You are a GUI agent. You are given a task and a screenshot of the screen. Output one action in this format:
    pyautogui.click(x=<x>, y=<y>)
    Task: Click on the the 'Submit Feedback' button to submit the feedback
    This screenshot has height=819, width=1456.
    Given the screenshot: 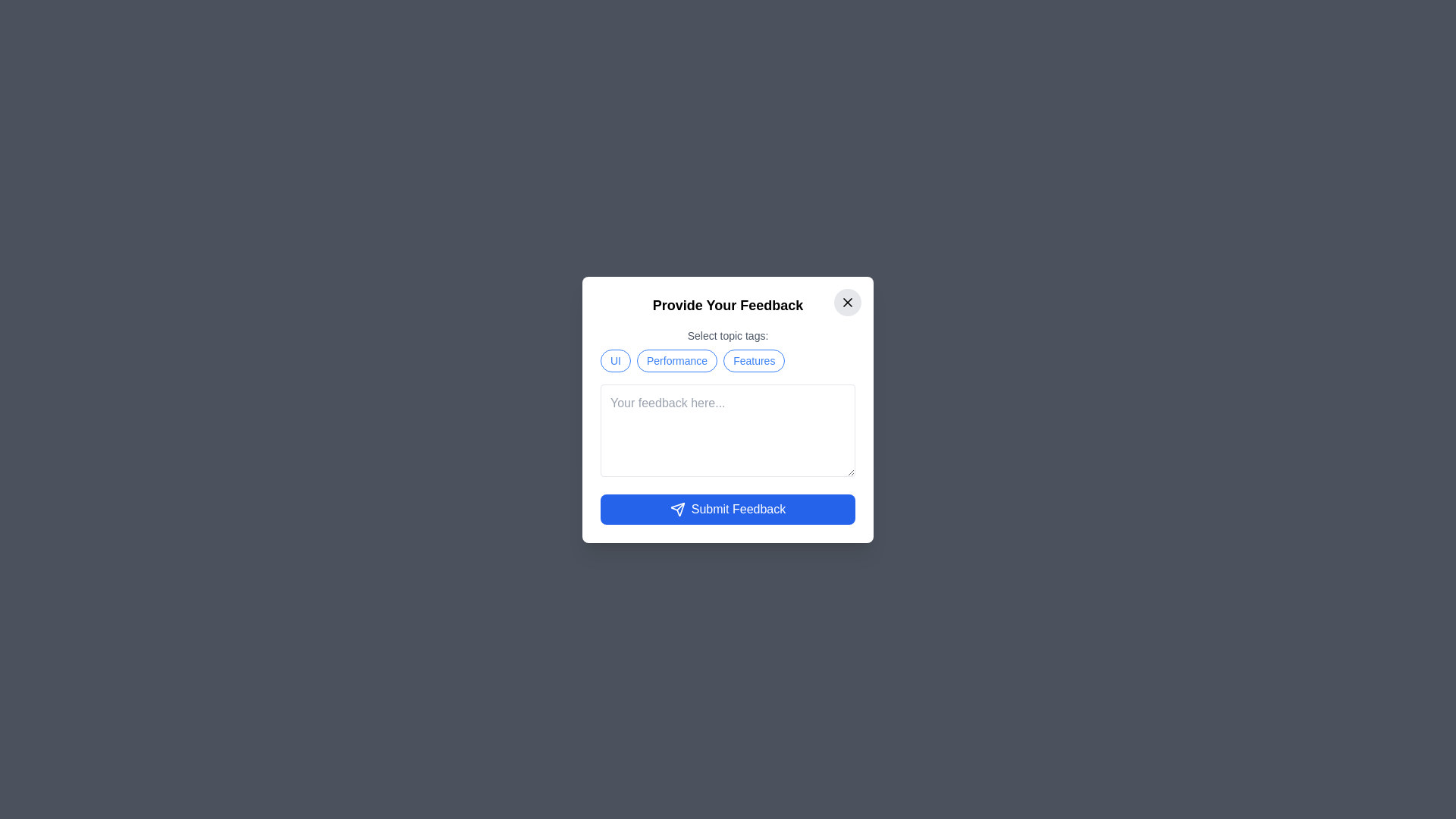 What is the action you would take?
    pyautogui.click(x=728, y=509)
    